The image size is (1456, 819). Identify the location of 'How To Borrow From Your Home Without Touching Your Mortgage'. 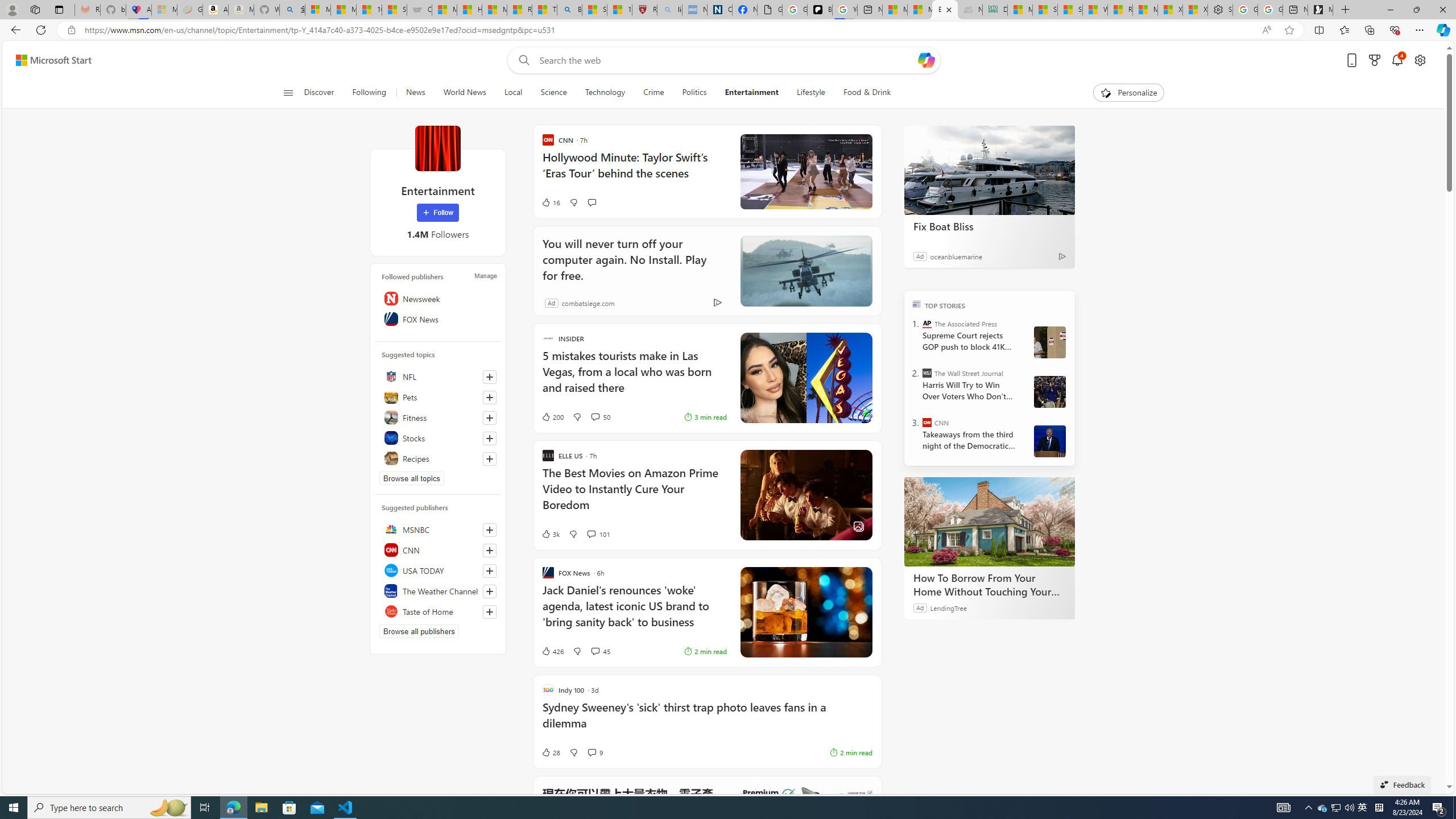
(988, 521).